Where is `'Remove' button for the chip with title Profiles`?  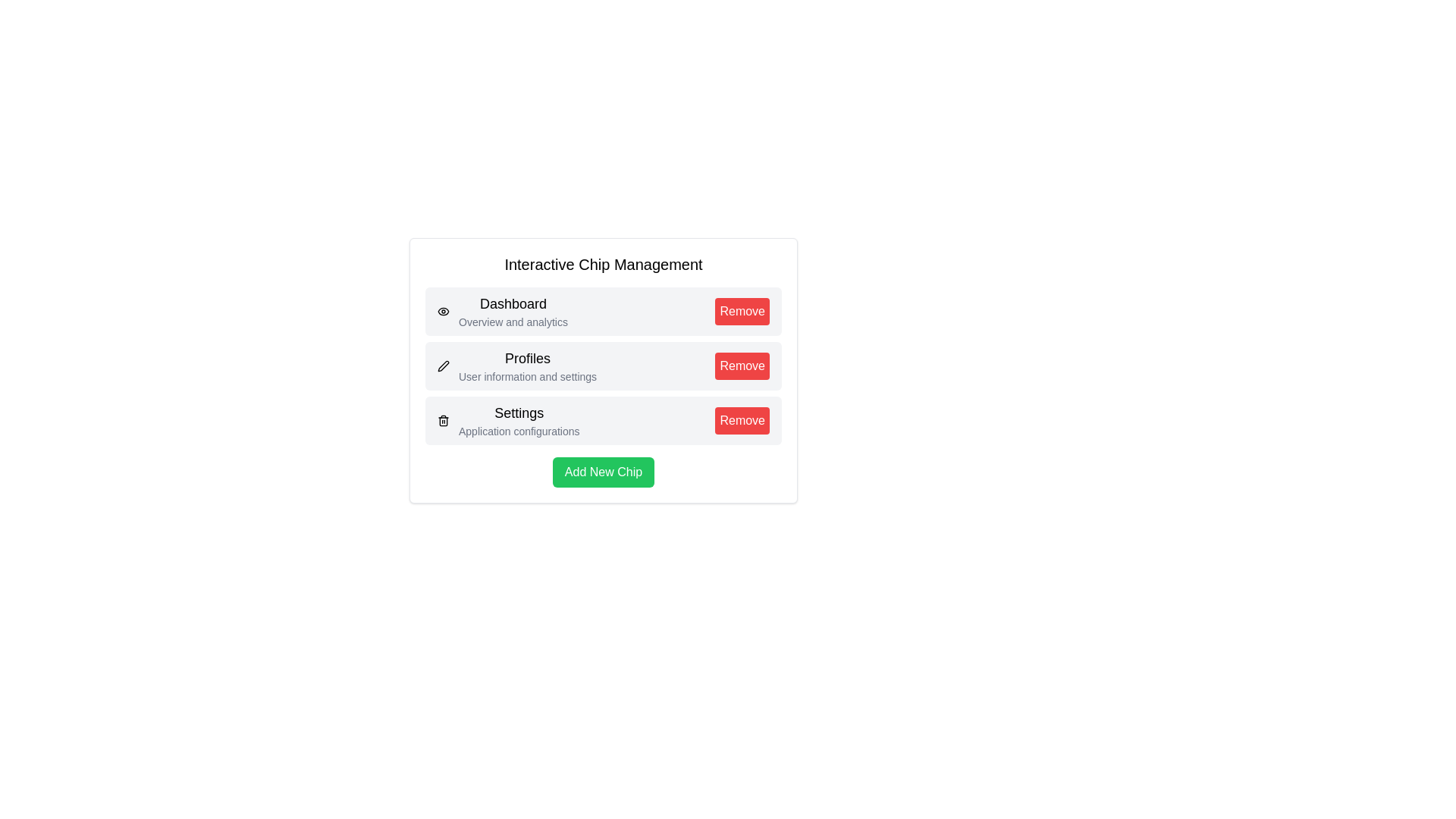 'Remove' button for the chip with title Profiles is located at coordinates (742, 366).